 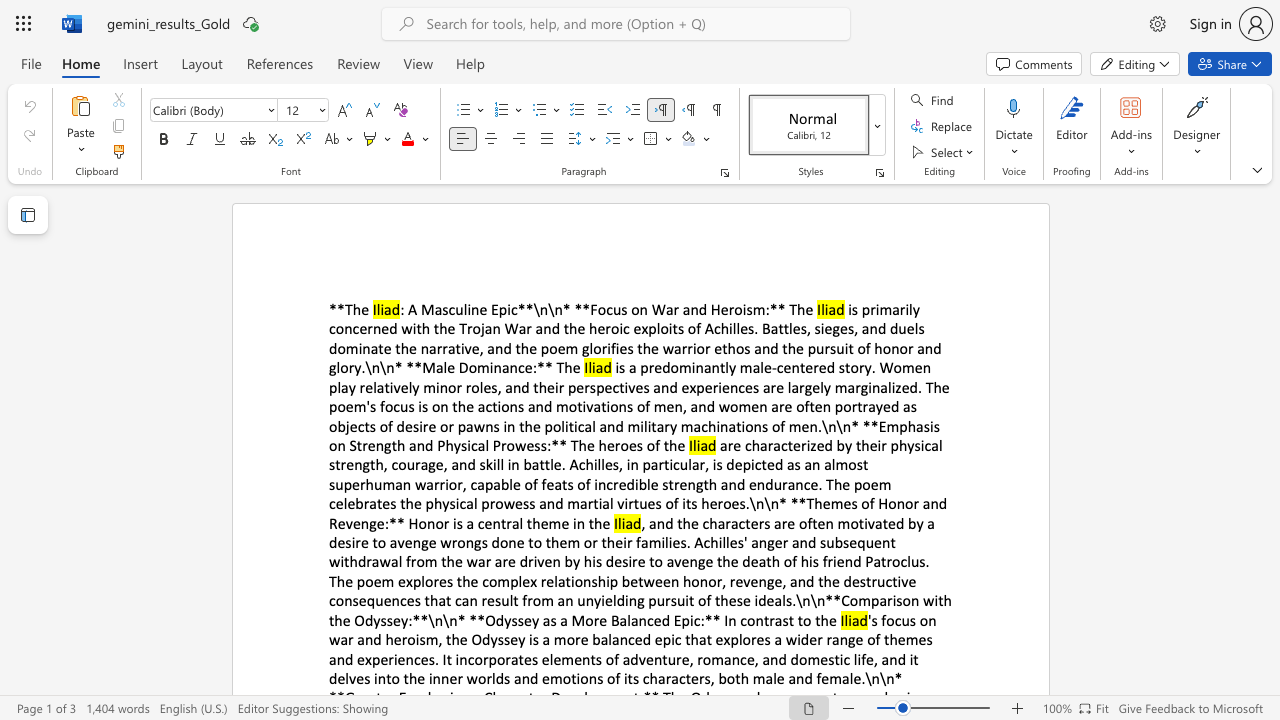 I want to click on the subset text "he" within the text "and Heroism:** The", so click(x=796, y=309).